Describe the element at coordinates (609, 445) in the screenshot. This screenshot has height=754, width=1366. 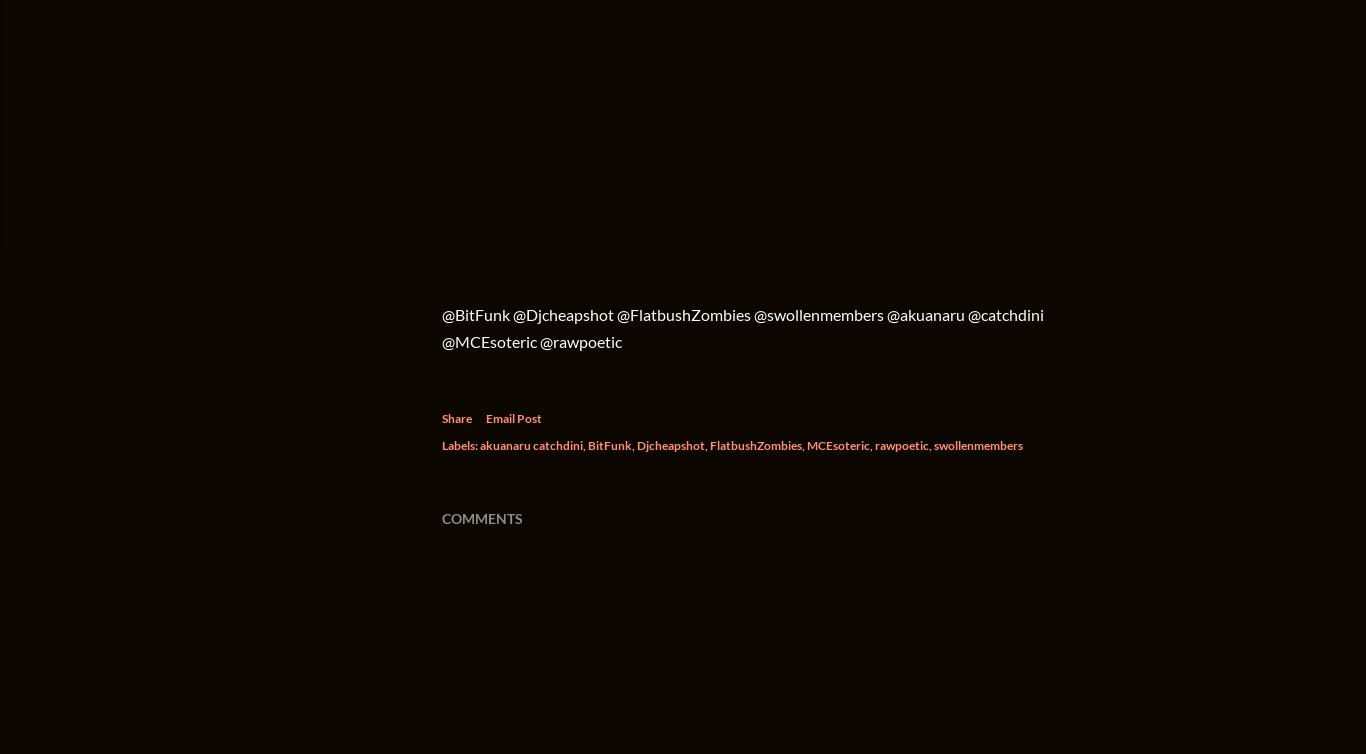
I see `'BitFunk'` at that location.